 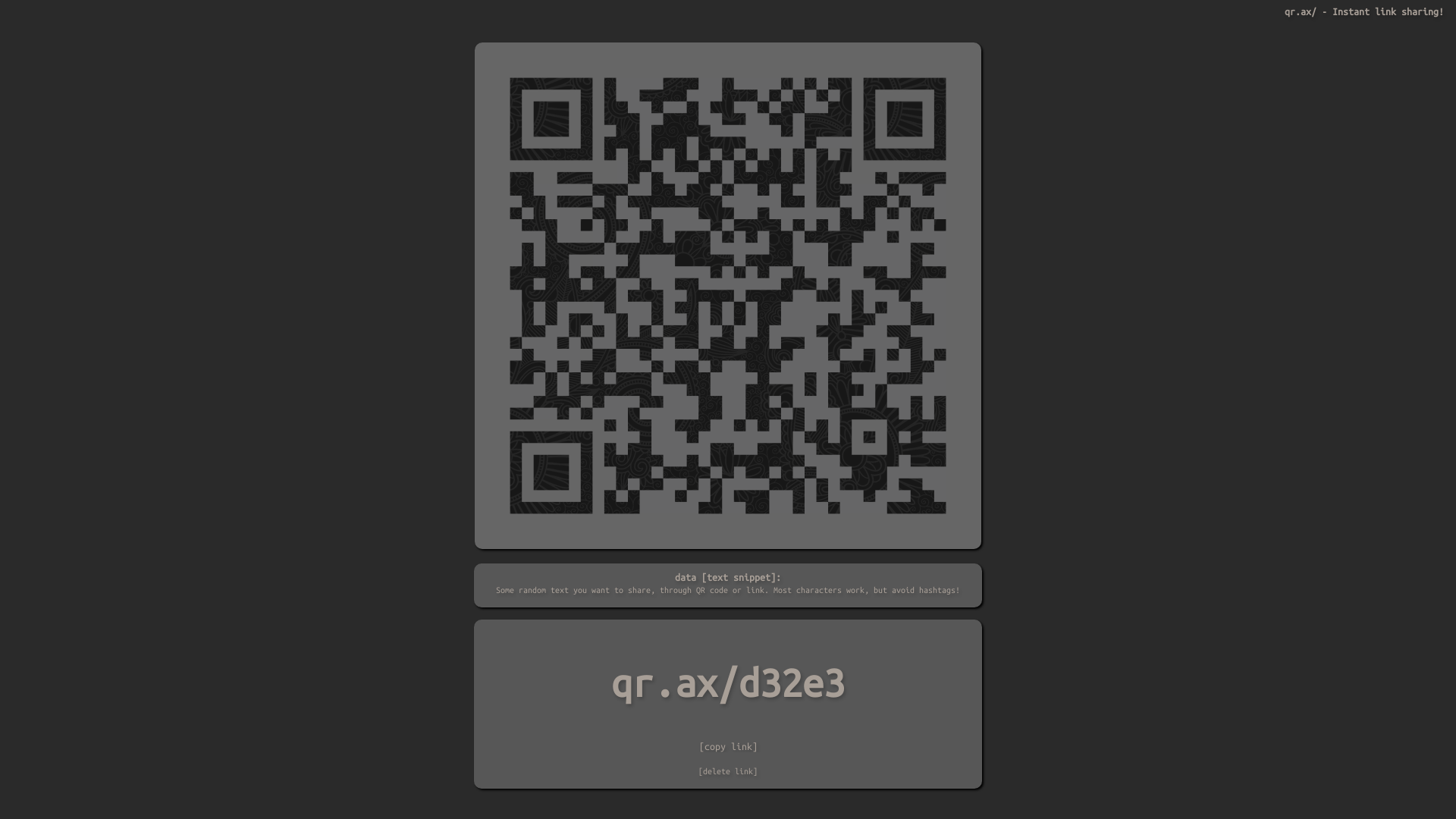 I want to click on '[delete link]', so click(x=698, y=771).